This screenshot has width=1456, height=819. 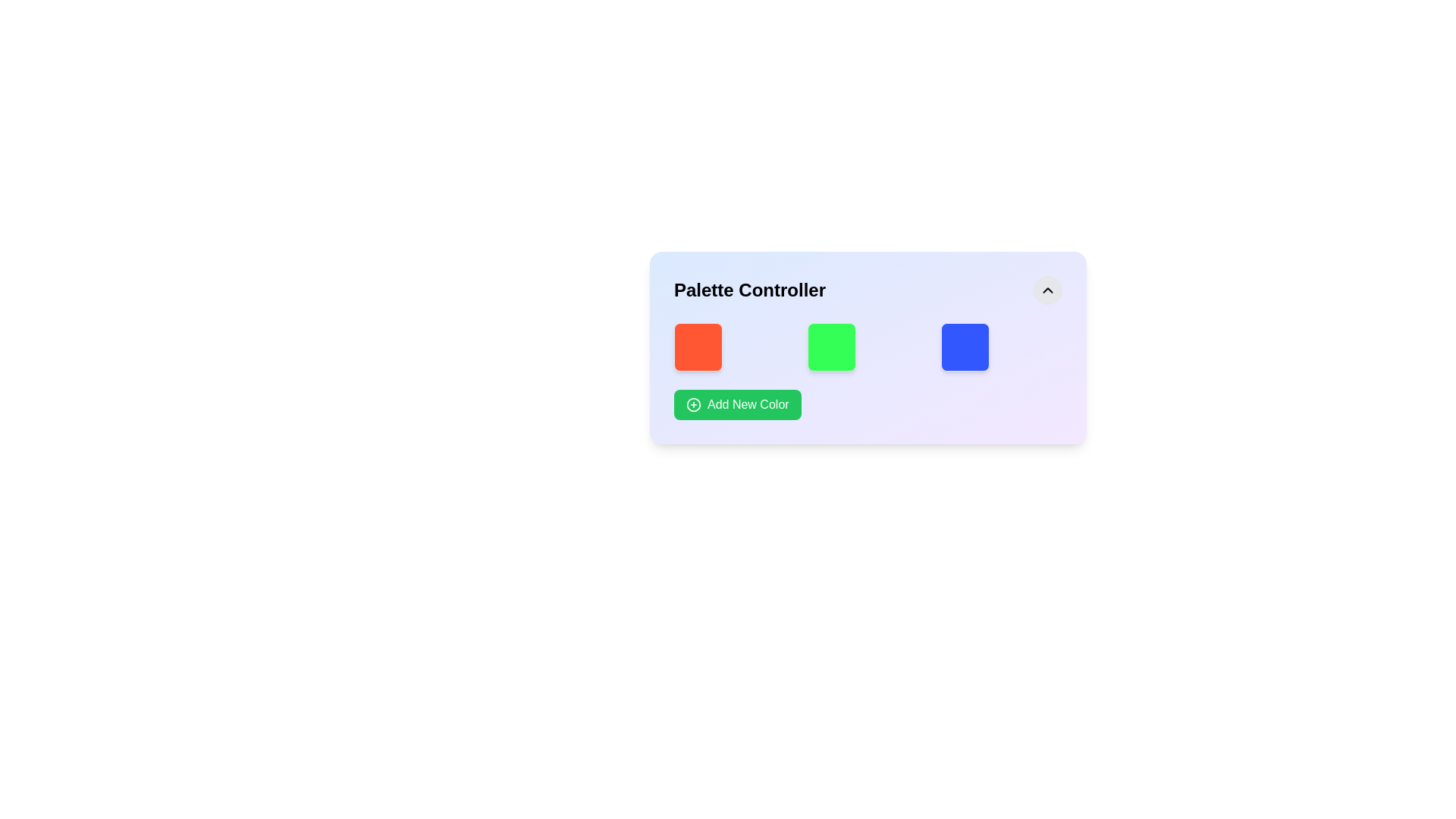 What do you see at coordinates (693, 403) in the screenshot?
I see `the icon on the left end of the 'Add New Color' button` at bounding box center [693, 403].